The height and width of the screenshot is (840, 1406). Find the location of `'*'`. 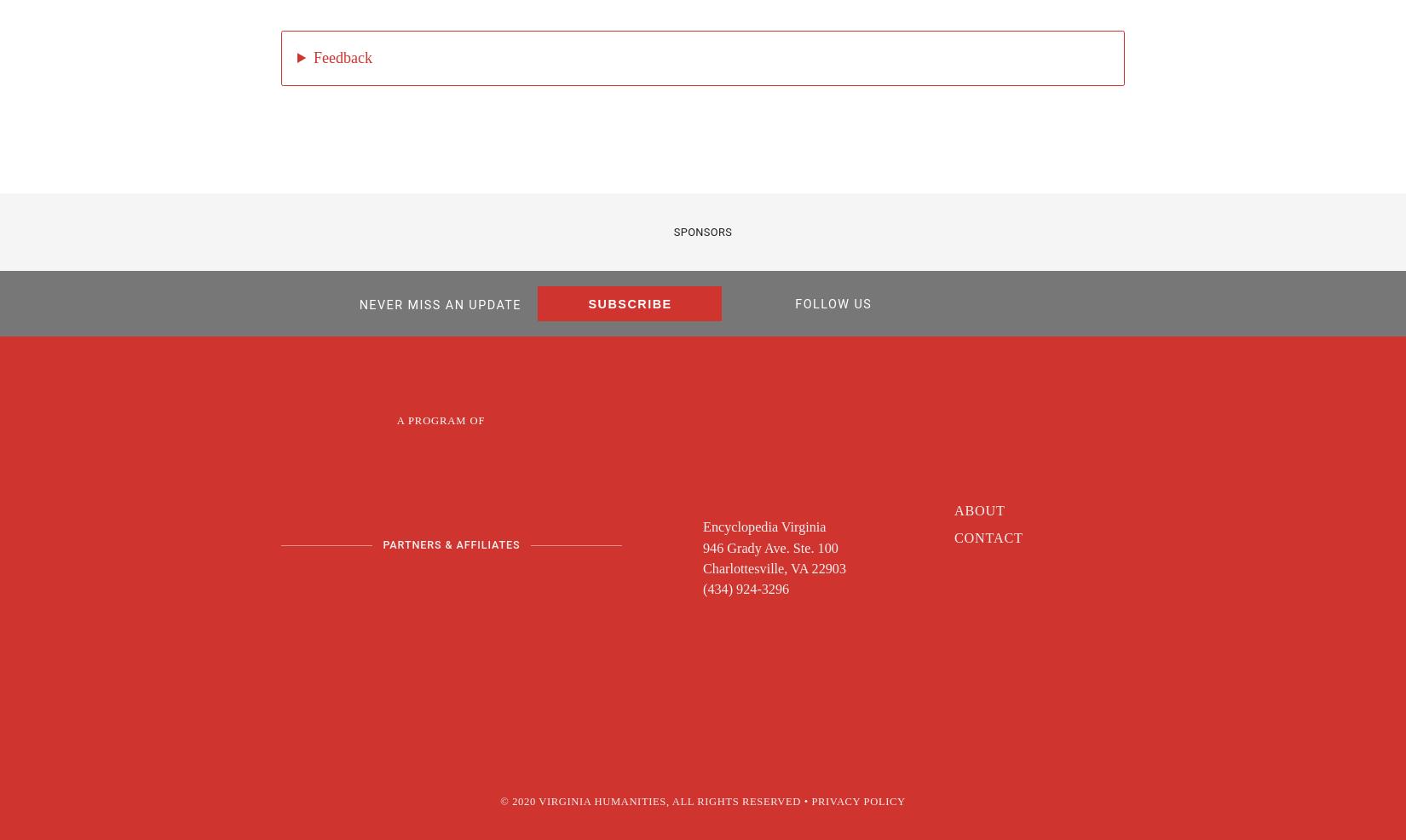

'*' is located at coordinates (377, 342).